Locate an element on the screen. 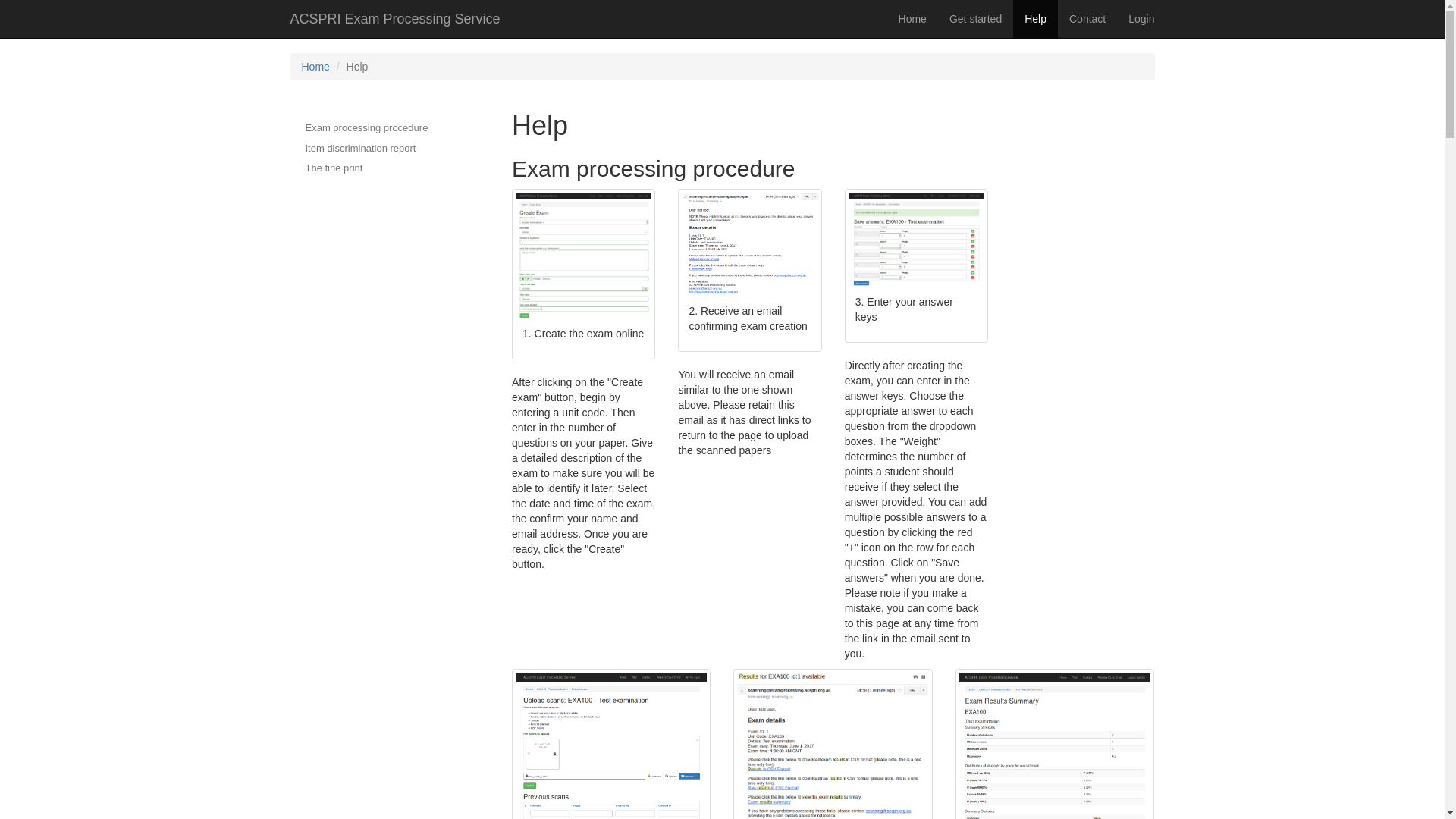 This screenshot has height=819, width=1456. 'Login' is located at coordinates (1141, 18).